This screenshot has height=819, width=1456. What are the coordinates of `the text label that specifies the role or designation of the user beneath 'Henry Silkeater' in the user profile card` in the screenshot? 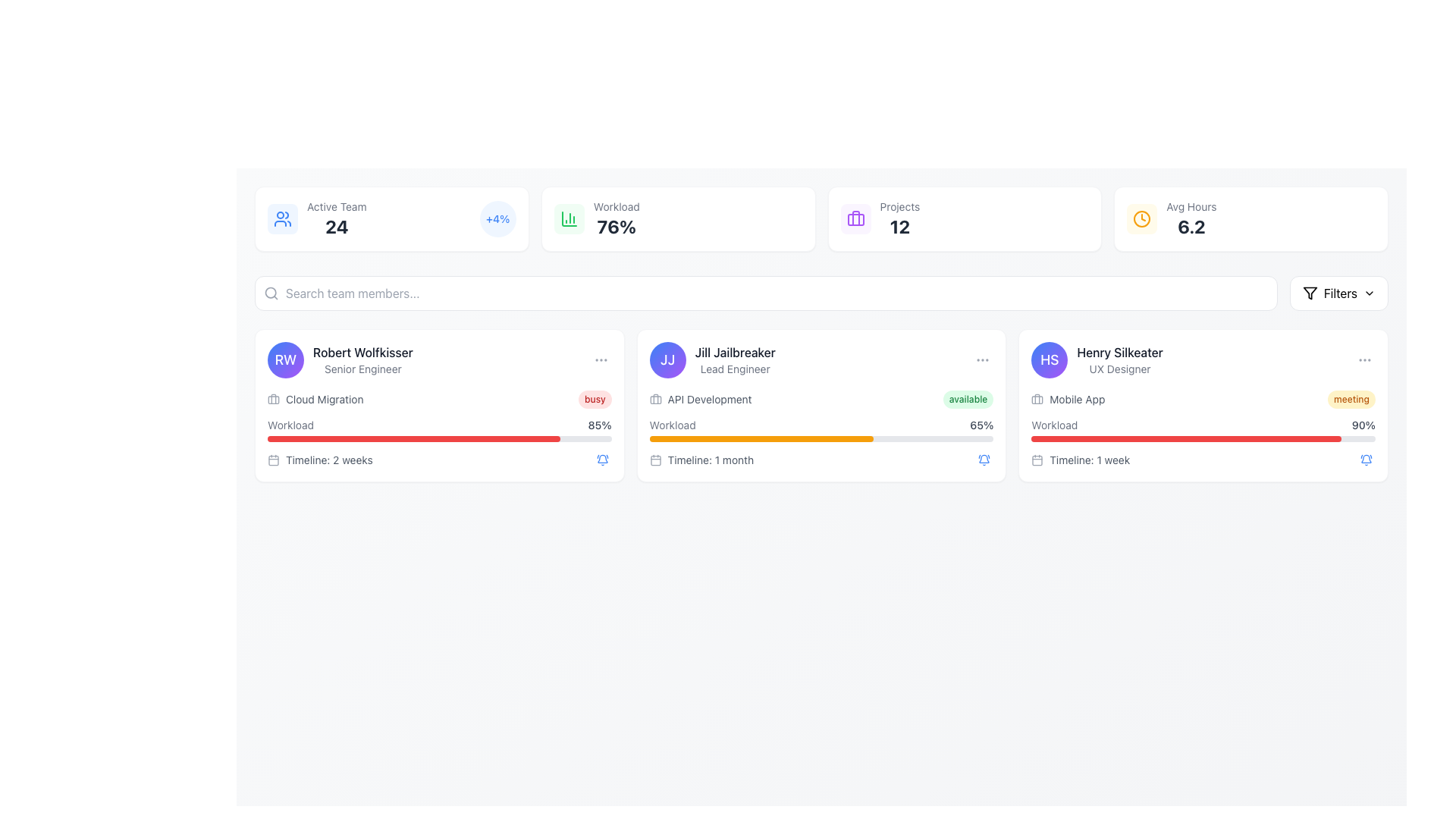 It's located at (1120, 369).